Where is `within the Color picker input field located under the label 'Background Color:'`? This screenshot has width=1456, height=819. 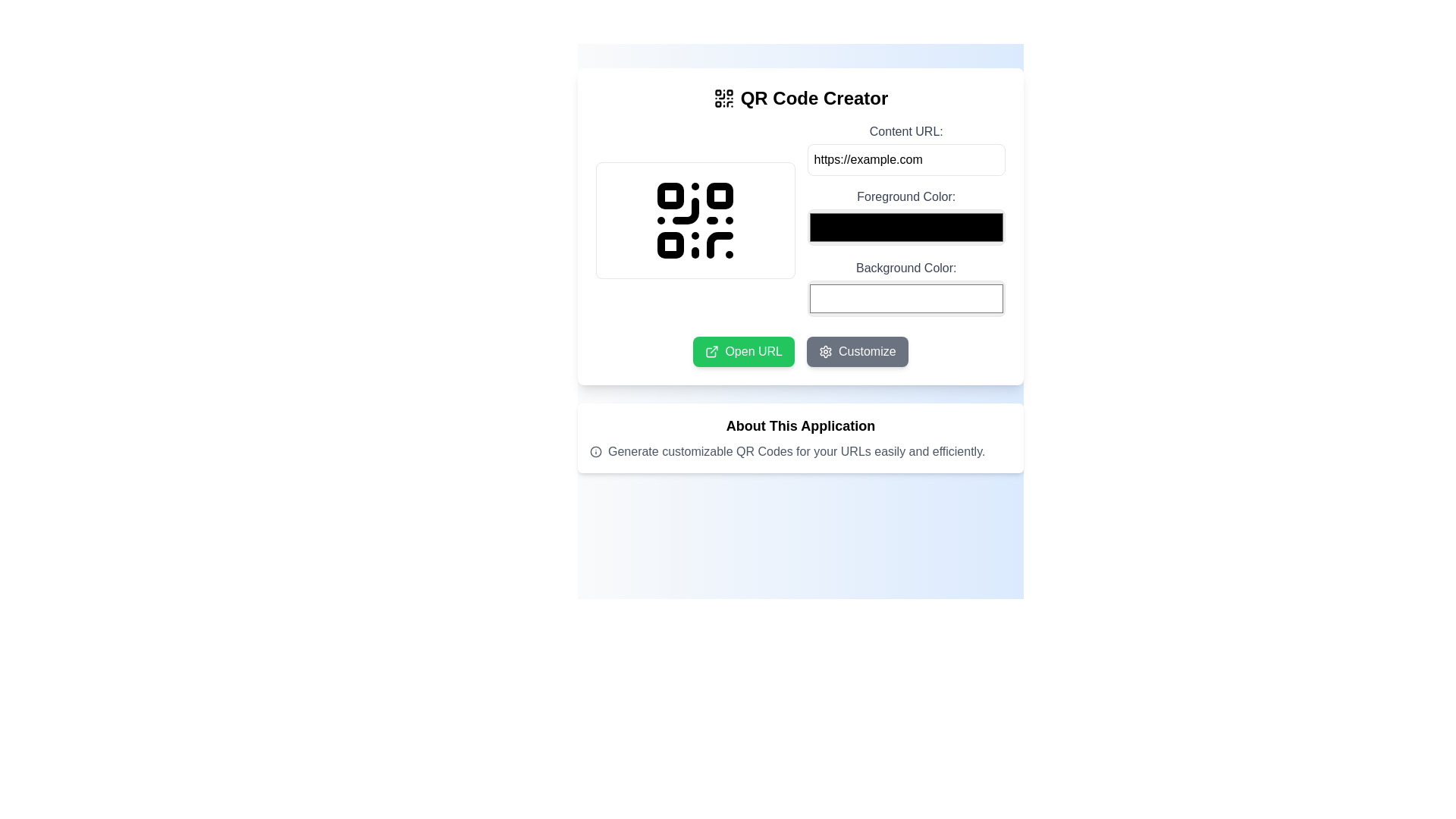
within the Color picker input field located under the label 'Background Color:' is located at coordinates (906, 298).